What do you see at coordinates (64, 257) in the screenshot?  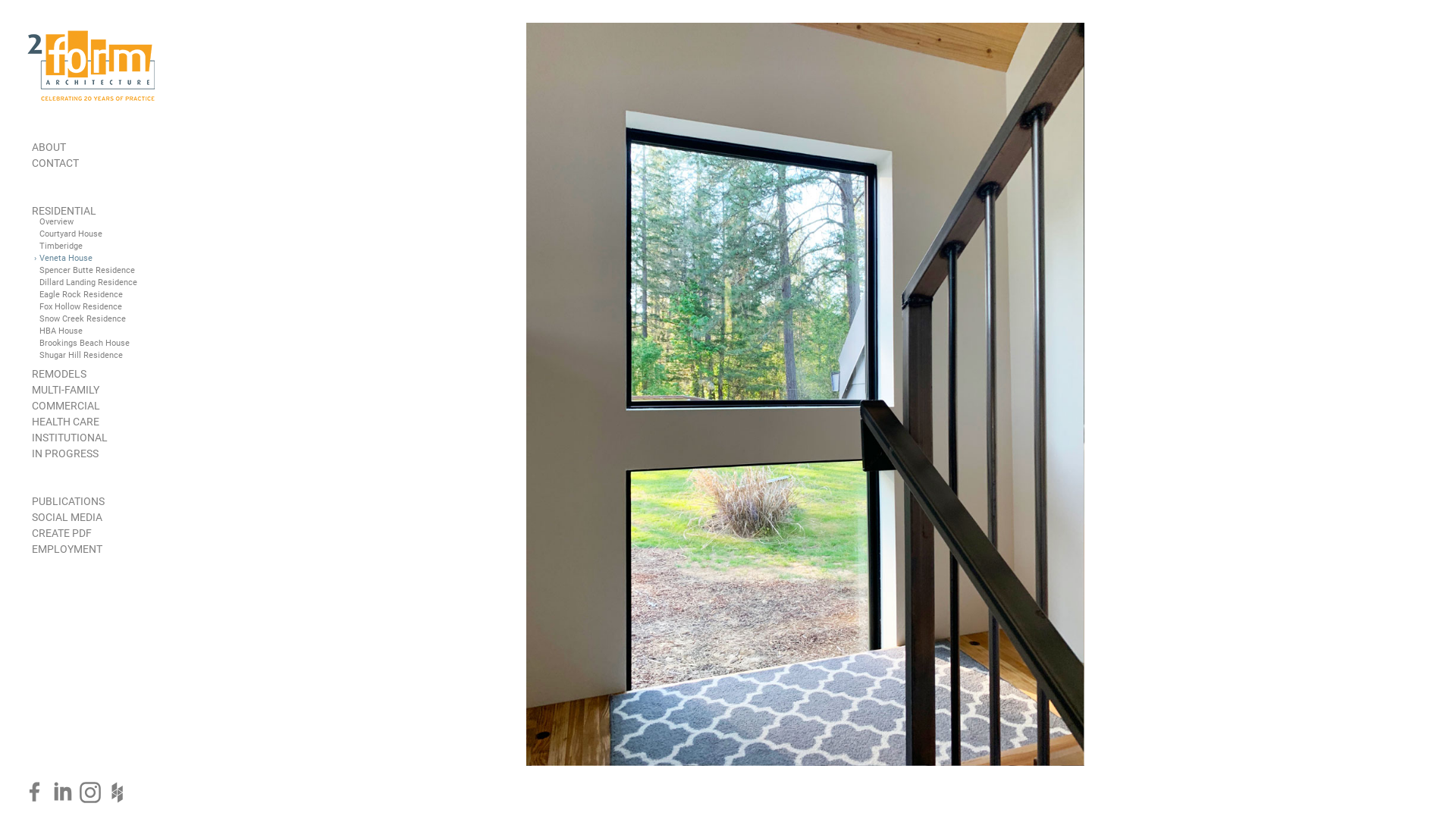 I see `'Veneta House'` at bounding box center [64, 257].